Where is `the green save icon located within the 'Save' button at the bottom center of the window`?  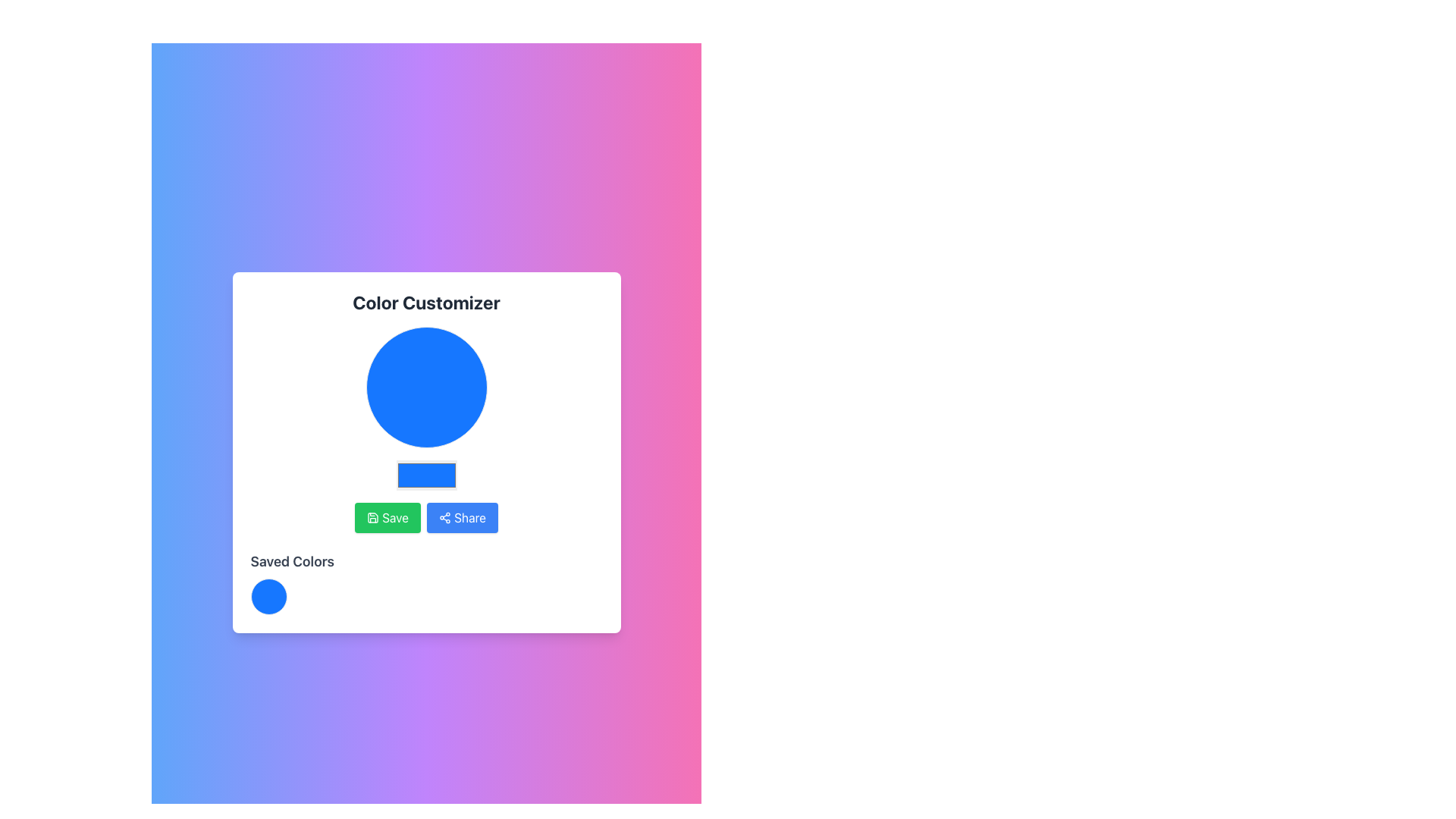 the green save icon located within the 'Save' button at the bottom center of the window is located at coordinates (373, 516).